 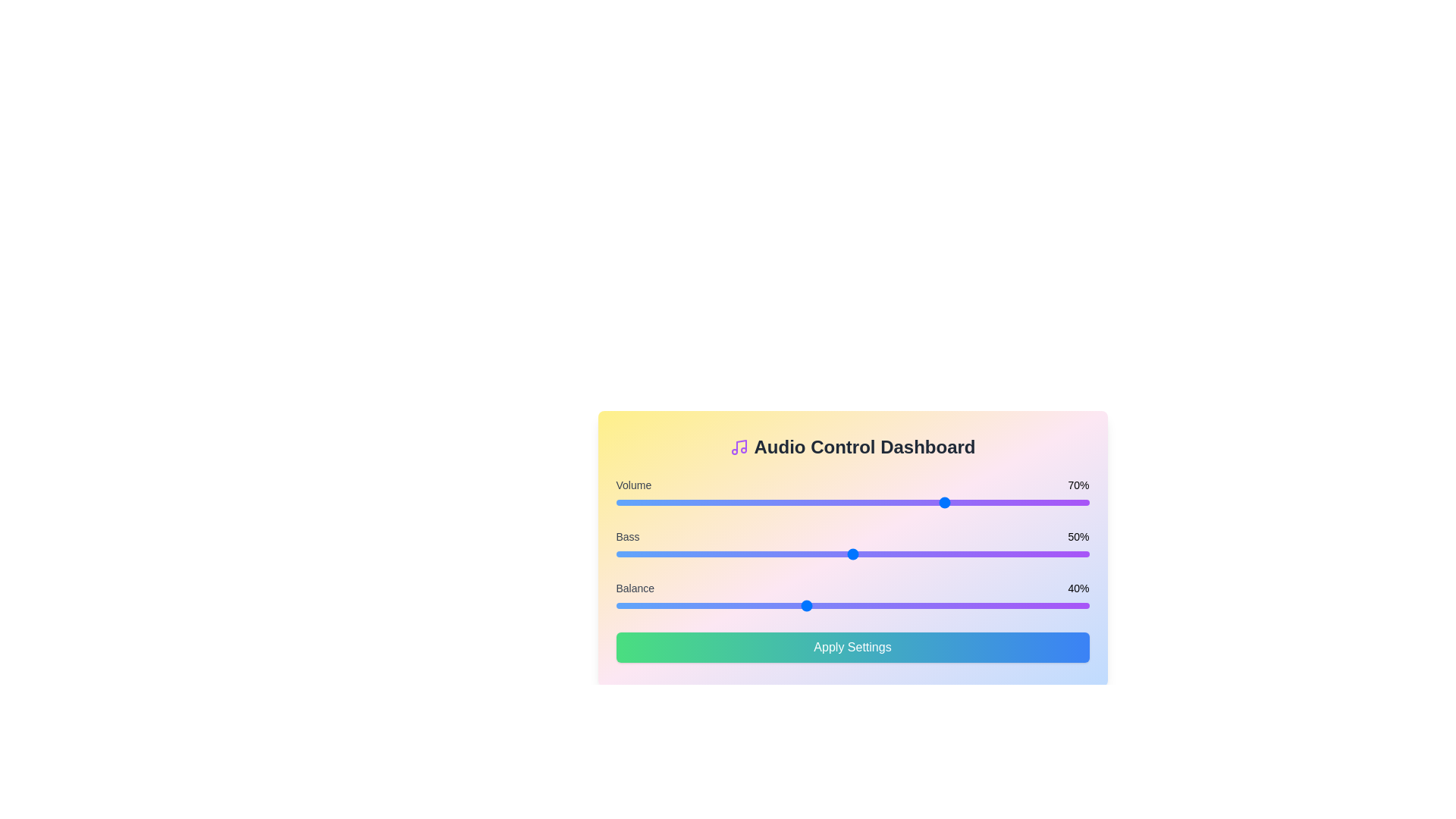 I want to click on balance, so click(x=799, y=604).